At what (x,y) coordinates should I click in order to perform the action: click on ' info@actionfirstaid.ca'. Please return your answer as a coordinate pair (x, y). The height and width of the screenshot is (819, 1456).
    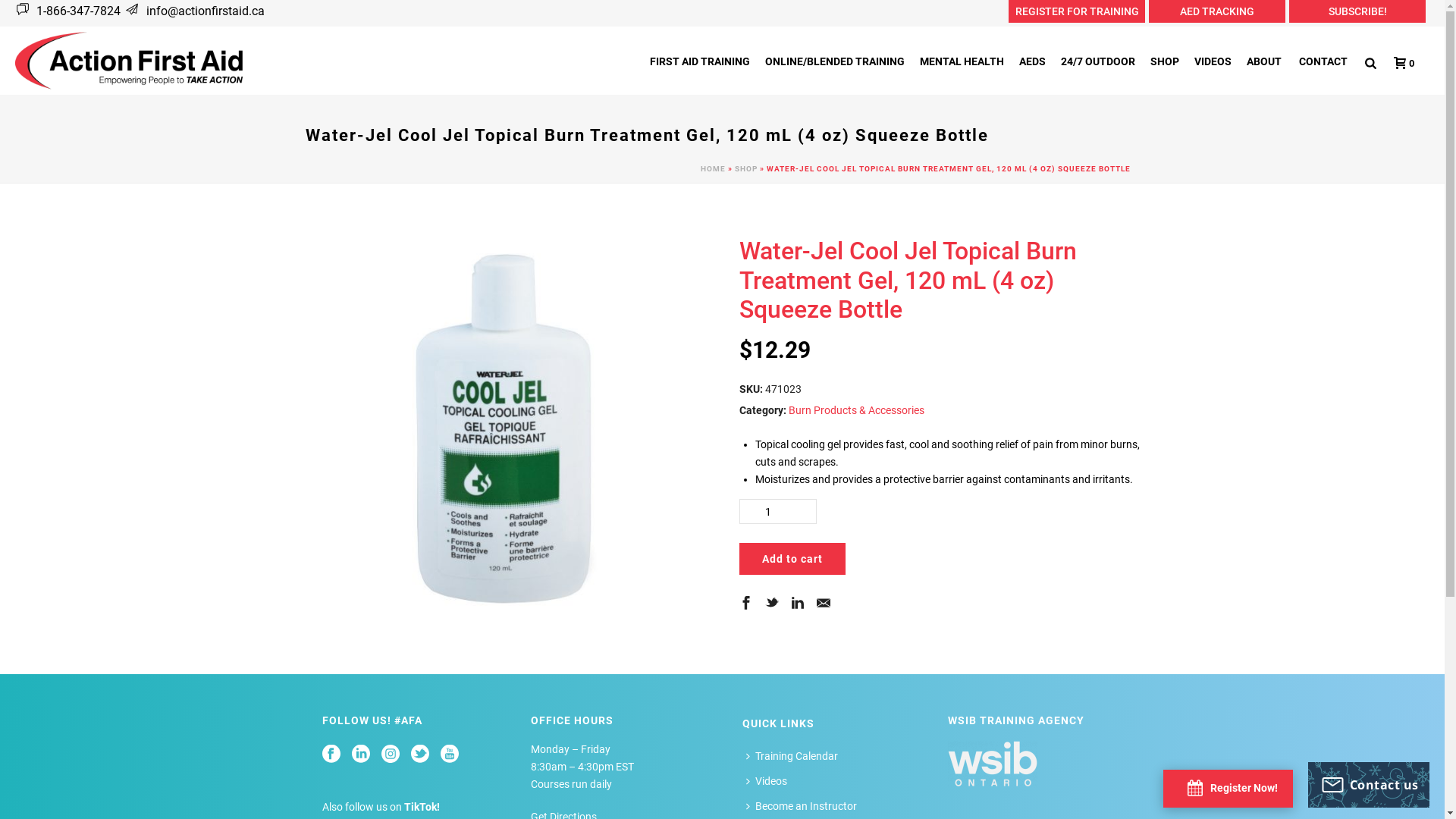
    Looking at the image, I should click on (143, 11).